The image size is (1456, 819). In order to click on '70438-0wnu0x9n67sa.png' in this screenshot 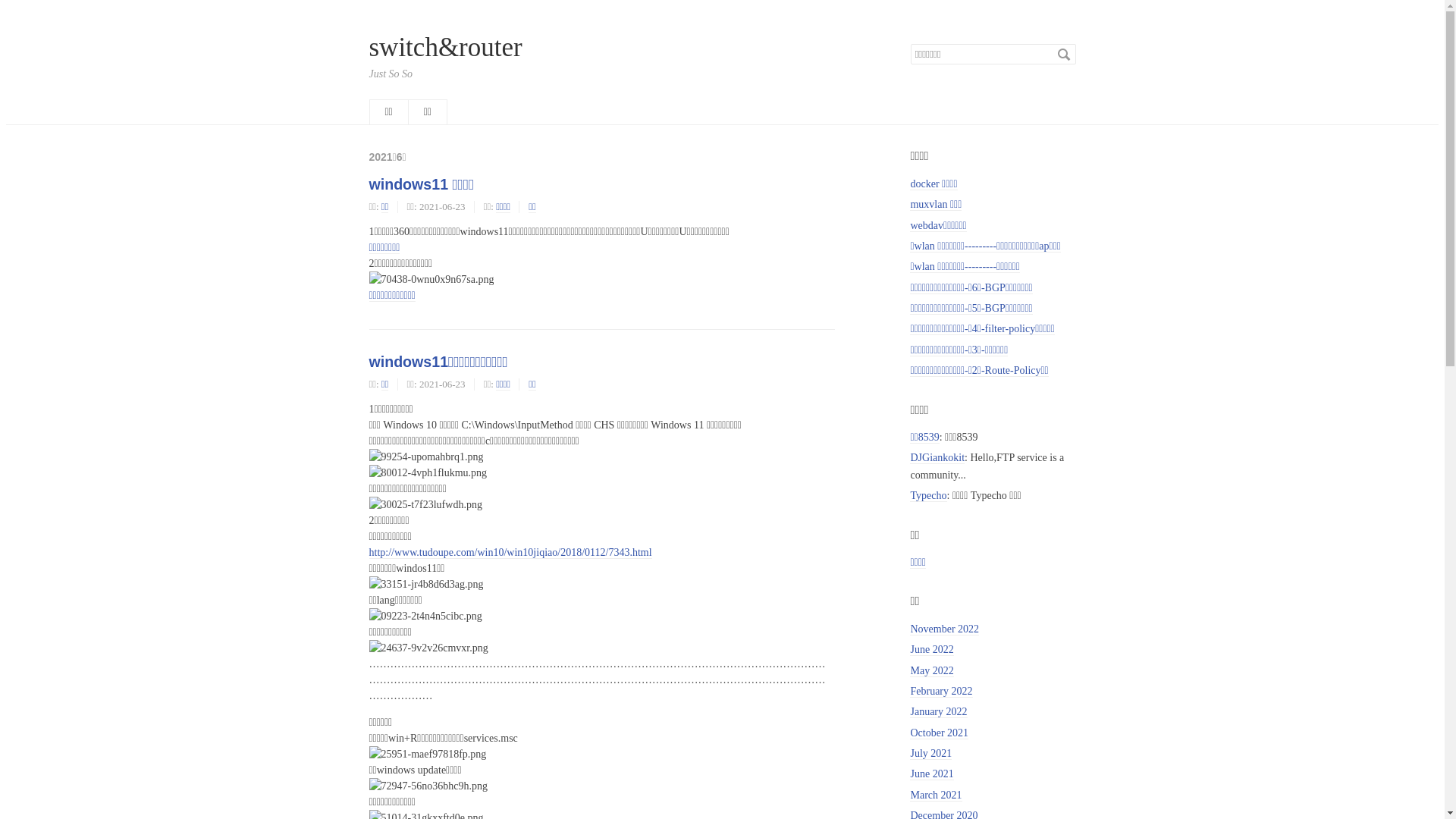, I will do `click(368, 279)`.